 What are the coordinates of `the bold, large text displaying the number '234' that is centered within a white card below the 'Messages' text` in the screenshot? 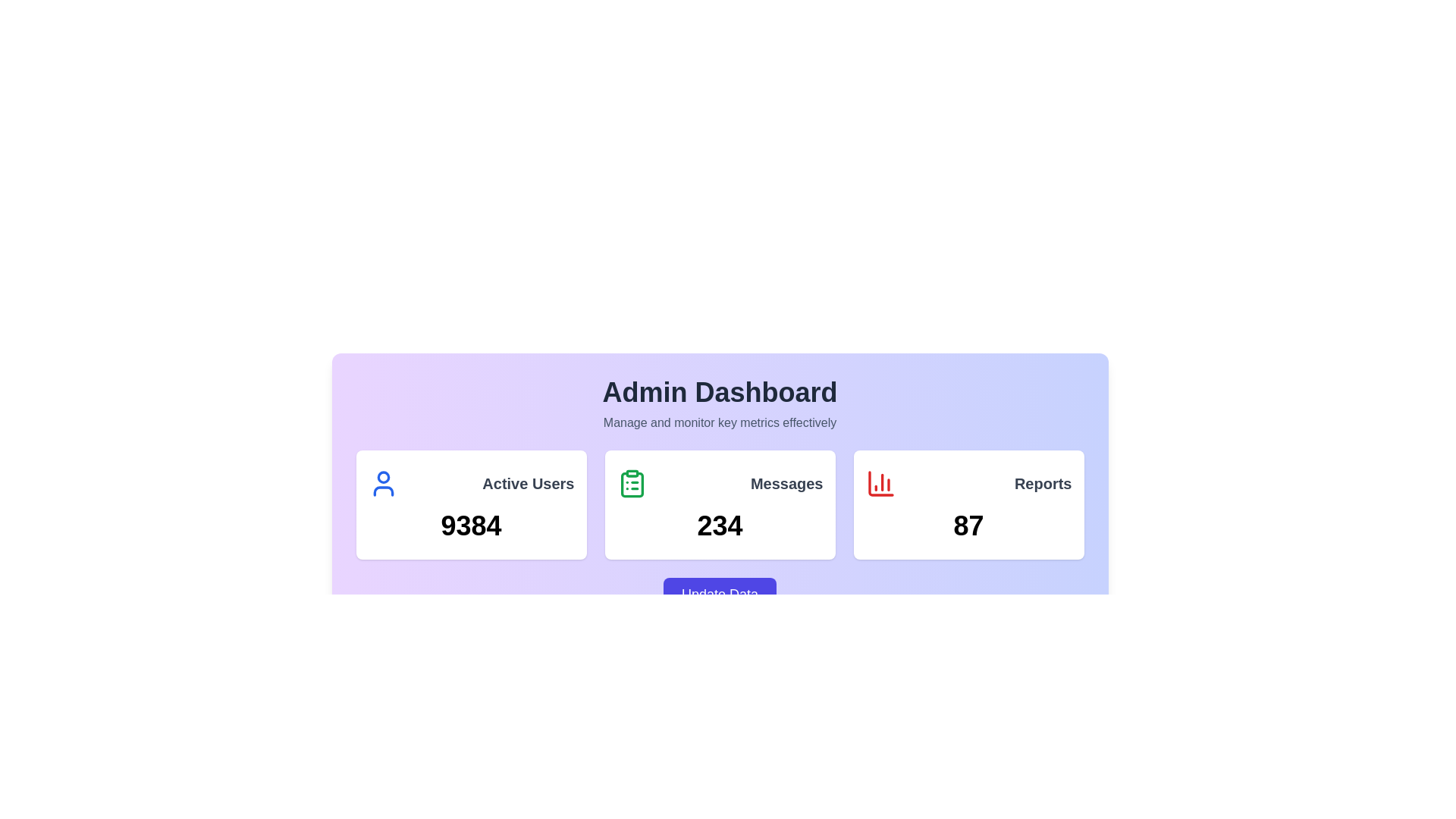 It's located at (719, 526).